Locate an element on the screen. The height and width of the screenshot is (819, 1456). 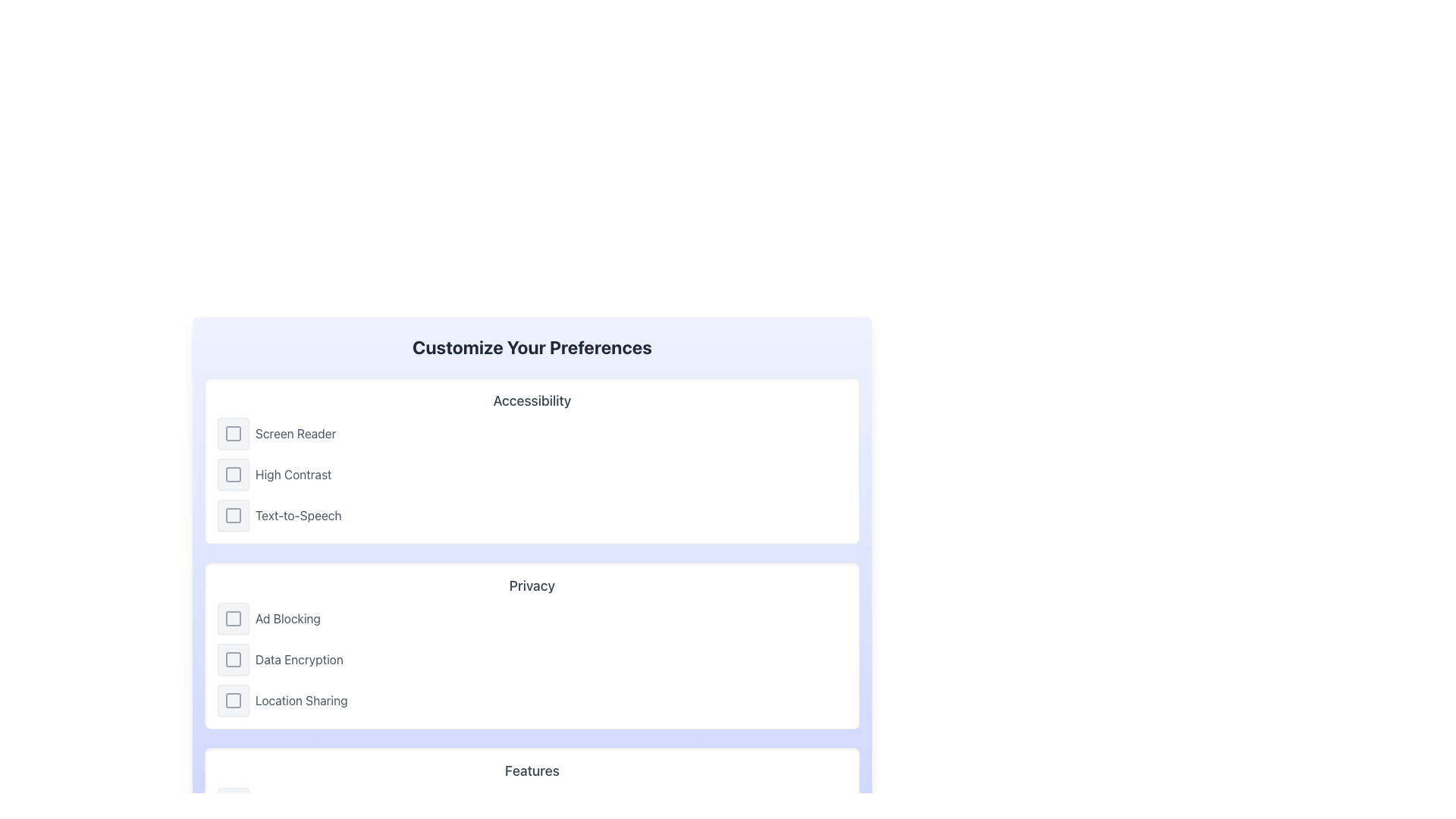
the second checkbox in the Privacy section is located at coordinates (232, 659).